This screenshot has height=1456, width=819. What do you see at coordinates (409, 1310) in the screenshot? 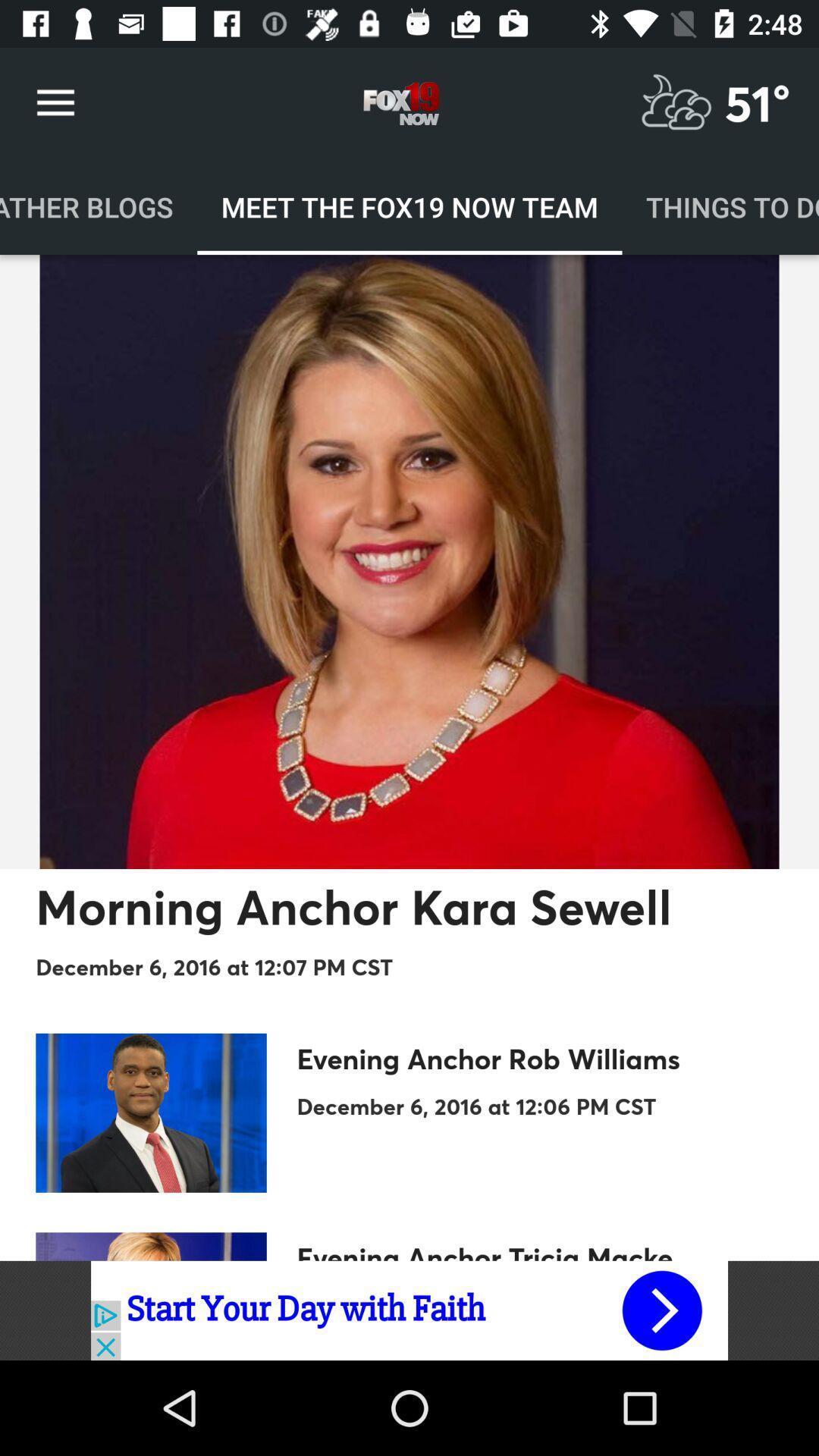
I see `details about advertisement` at bounding box center [409, 1310].